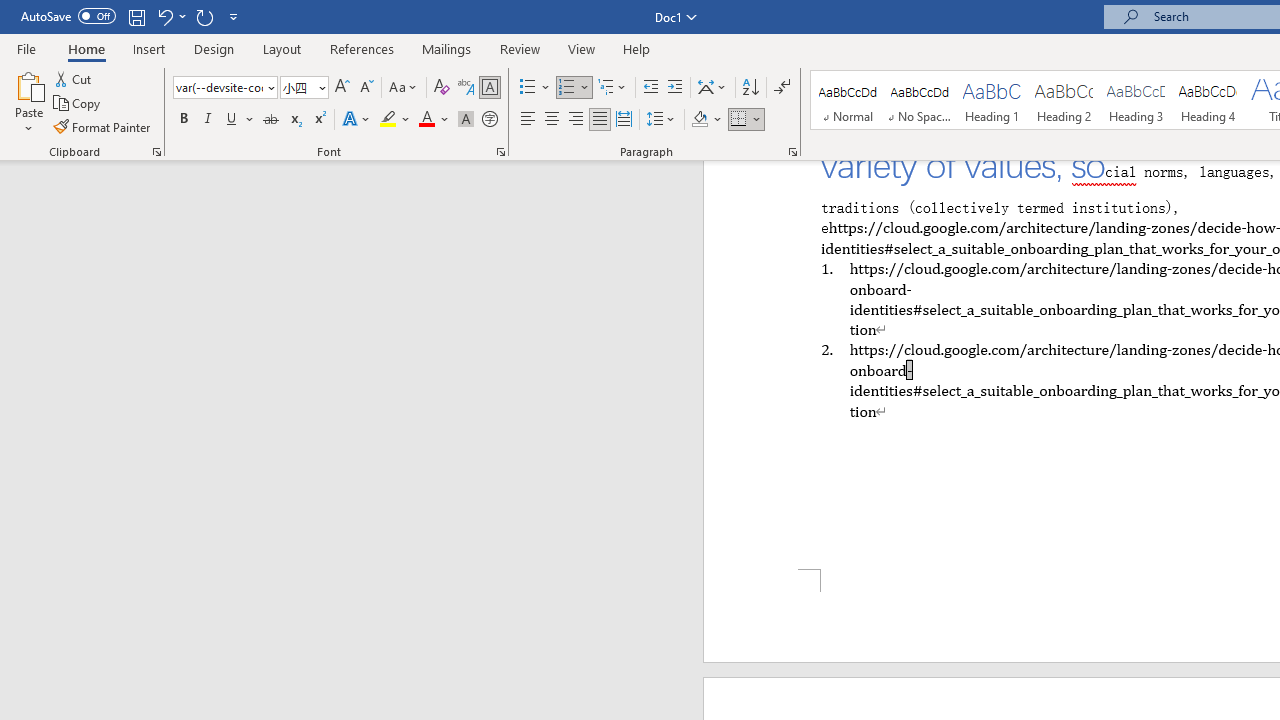 This screenshot has height=720, width=1280. What do you see at coordinates (501, 150) in the screenshot?
I see `'Font...'` at bounding box center [501, 150].